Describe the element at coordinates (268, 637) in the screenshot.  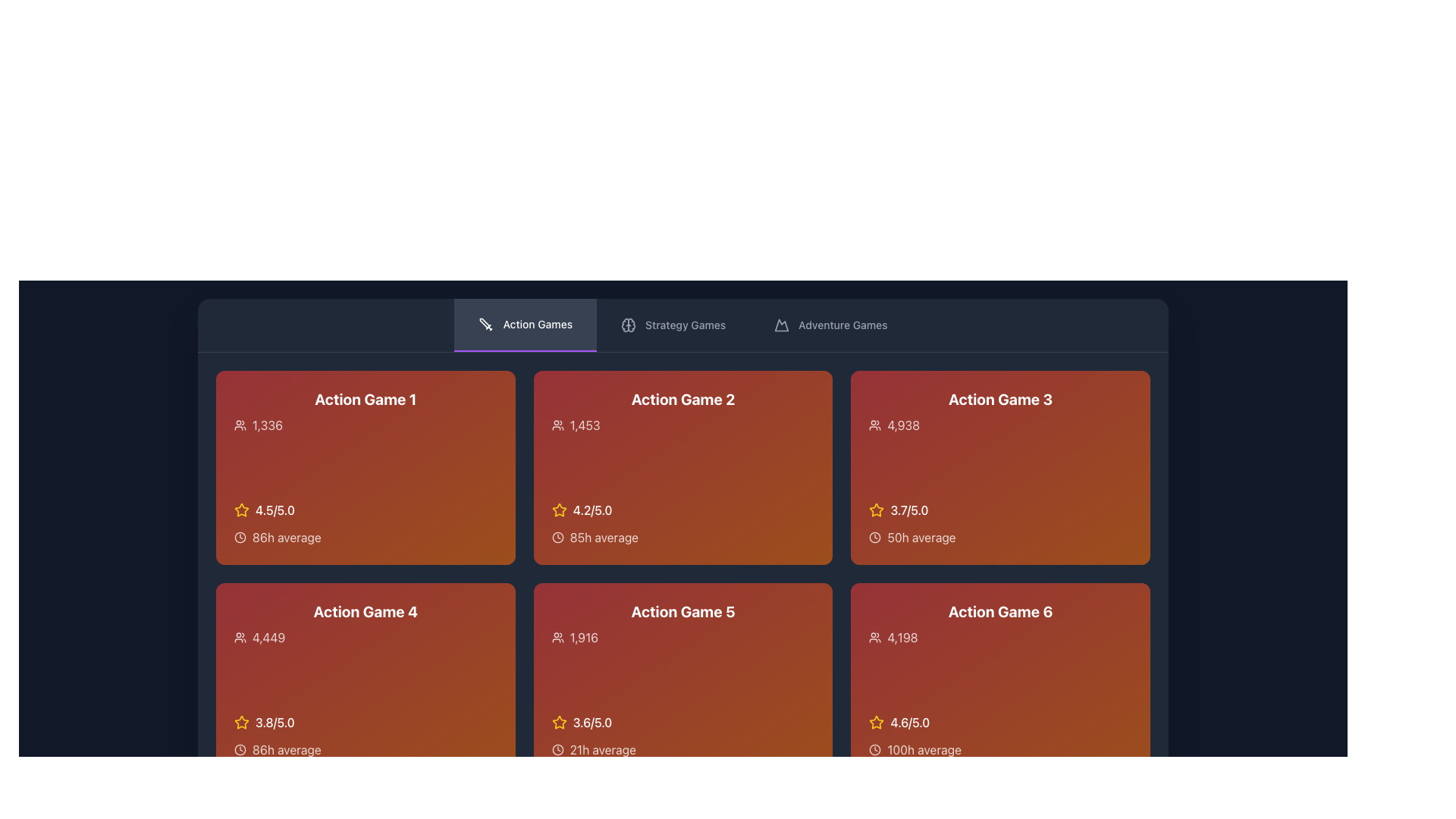
I see `the Text Label displaying the user count located in the fourth panel, second row, first column, positioned directly to the right of the user-shaped icon` at that location.